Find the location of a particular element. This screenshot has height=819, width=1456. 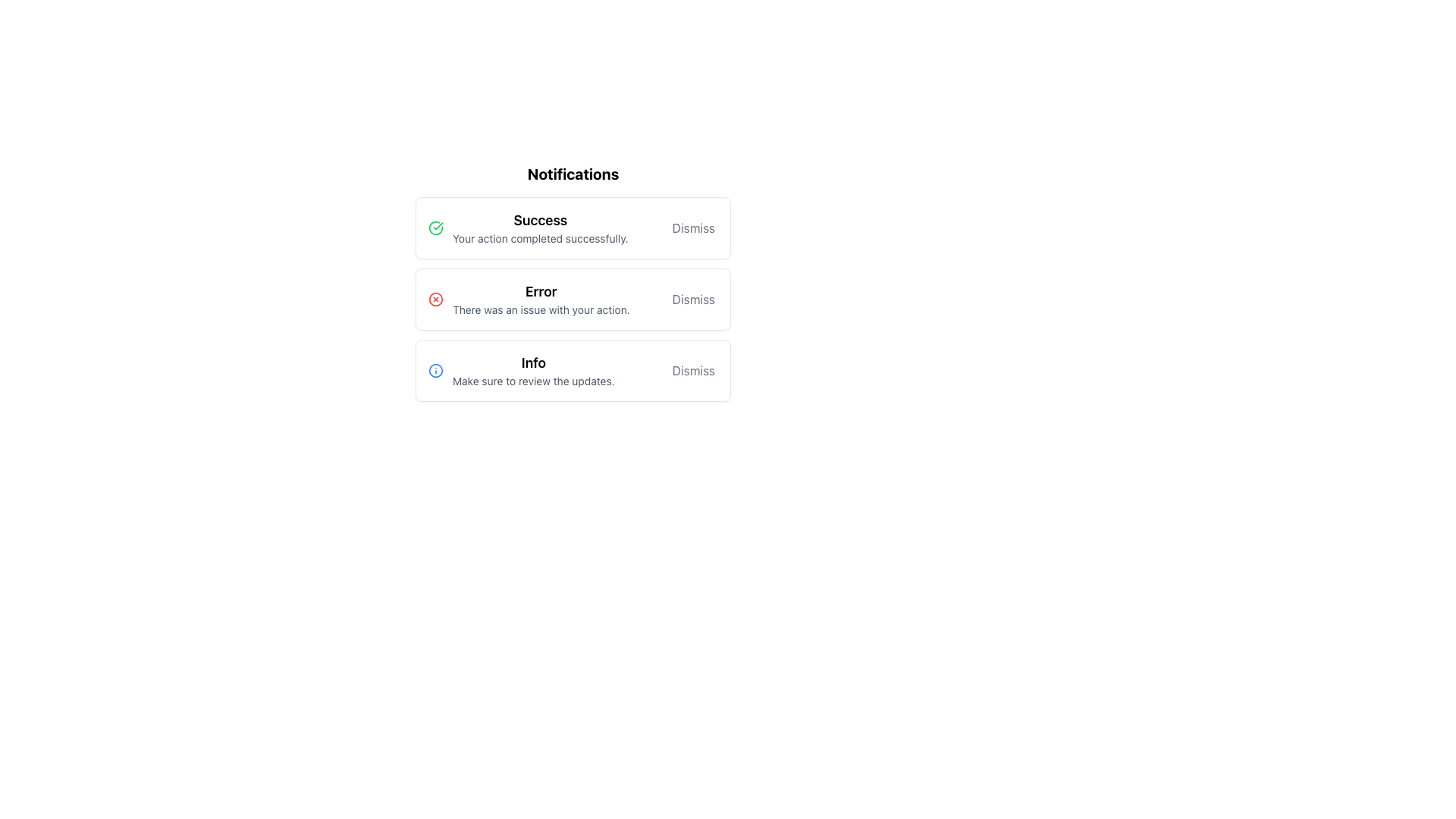

the main title text element of the 'Error' notification card, which is located in the second row of notifications is located at coordinates (541, 292).